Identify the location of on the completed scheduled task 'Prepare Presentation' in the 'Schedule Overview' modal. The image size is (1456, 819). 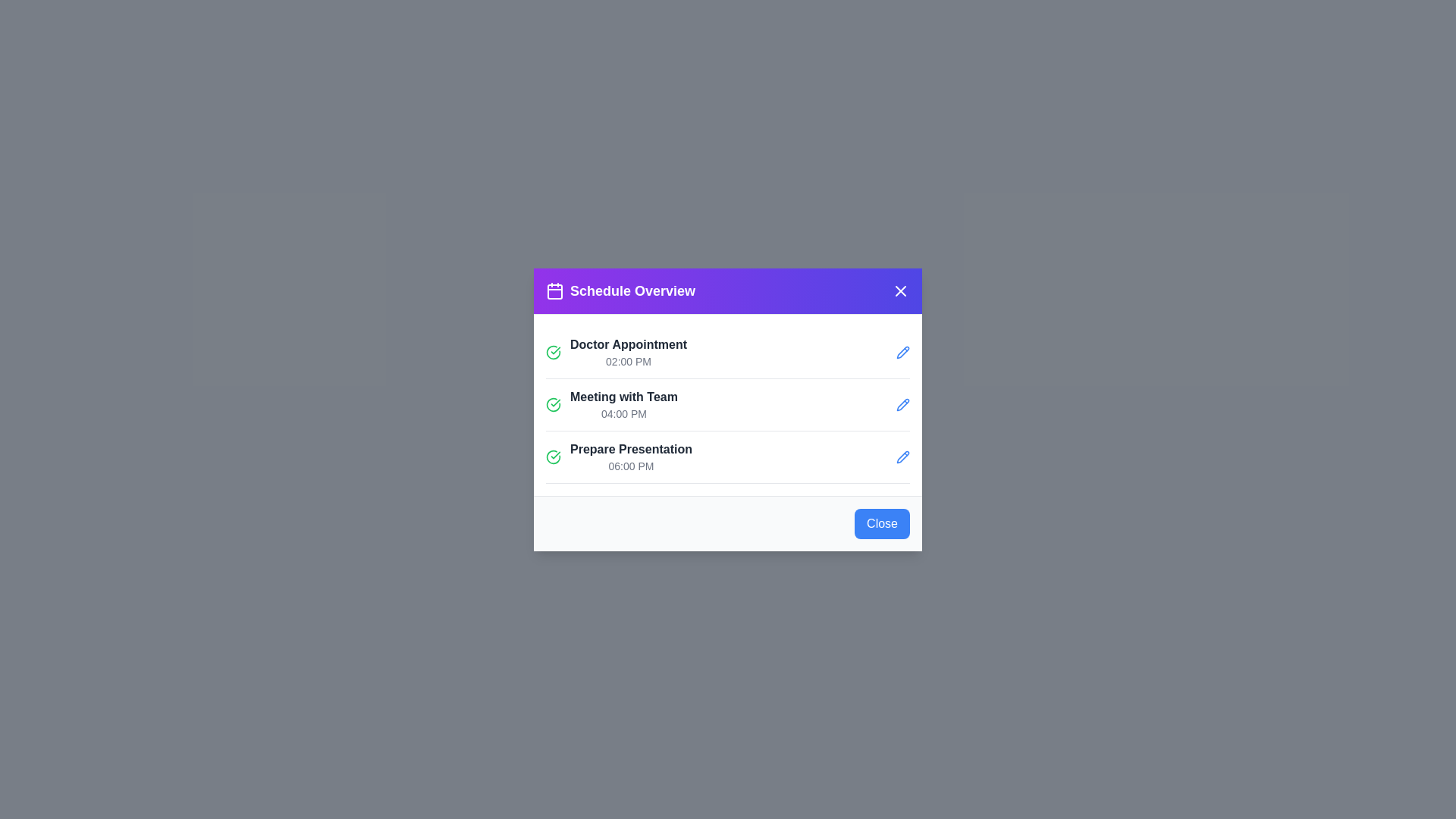
(619, 456).